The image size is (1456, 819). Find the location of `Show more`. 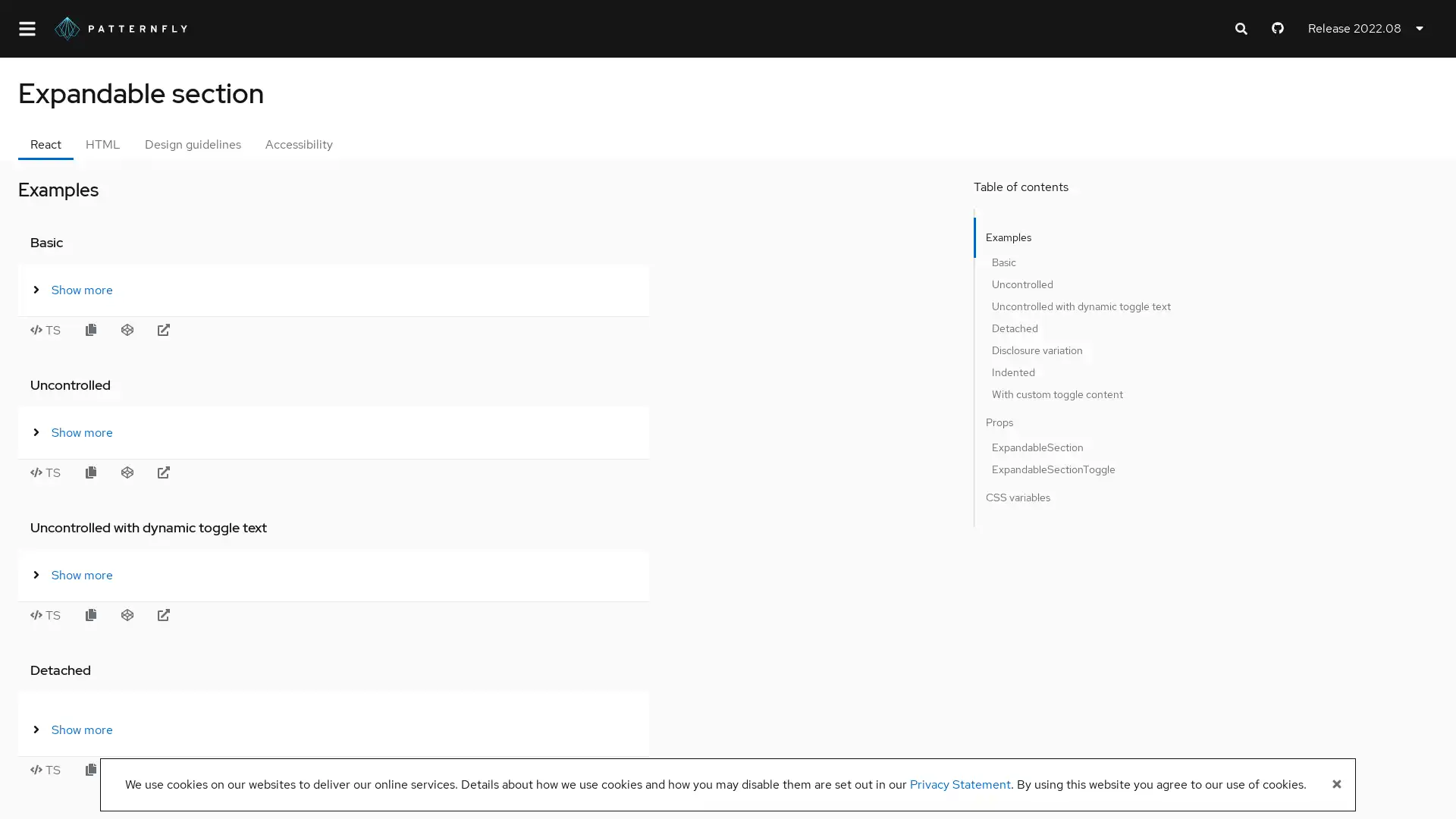

Show more is located at coordinates (297, 432).